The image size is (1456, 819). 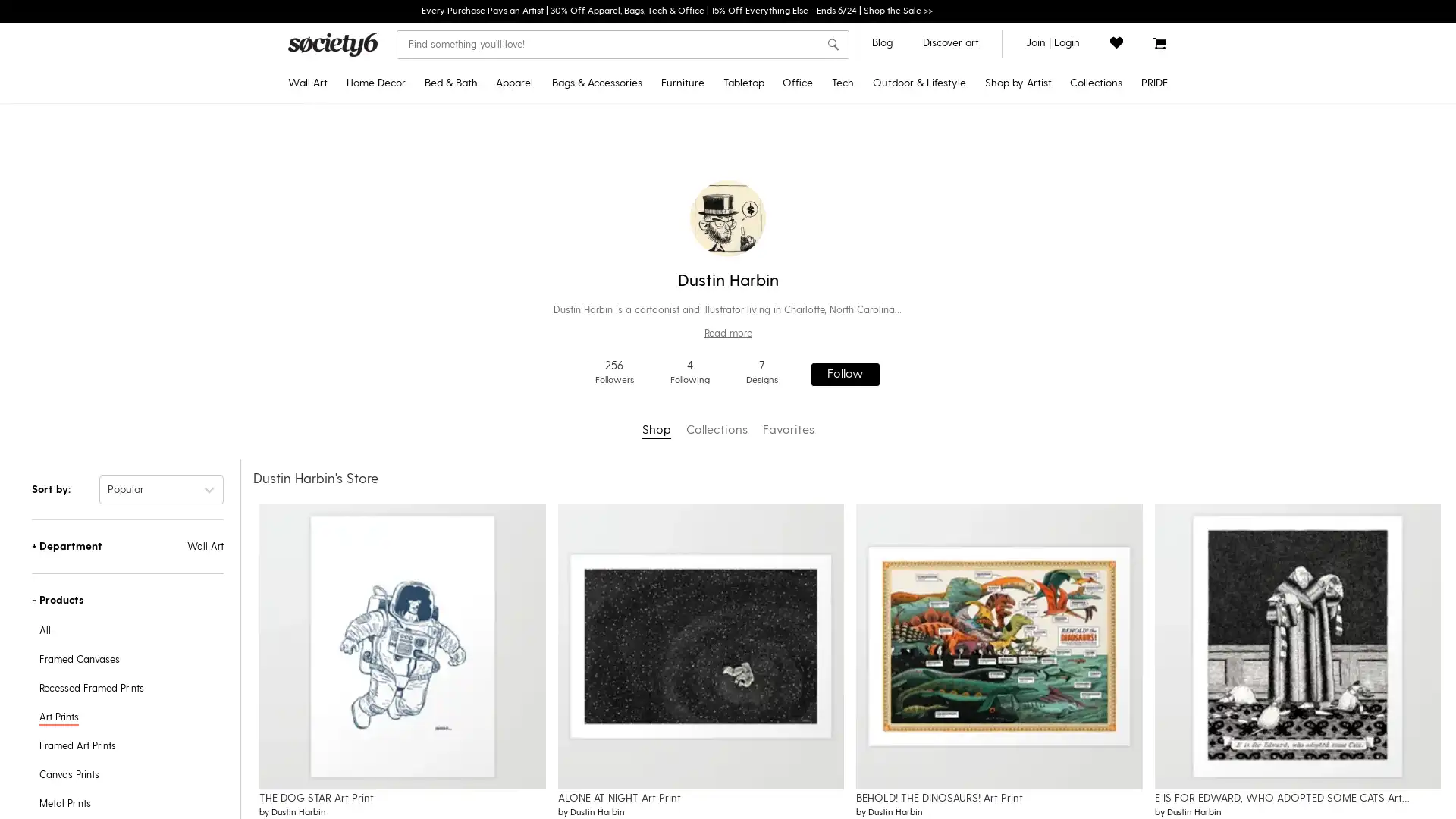 What do you see at coordinates (835, 219) in the screenshot?
I see `Acrylic Trays` at bounding box center [835, 219].